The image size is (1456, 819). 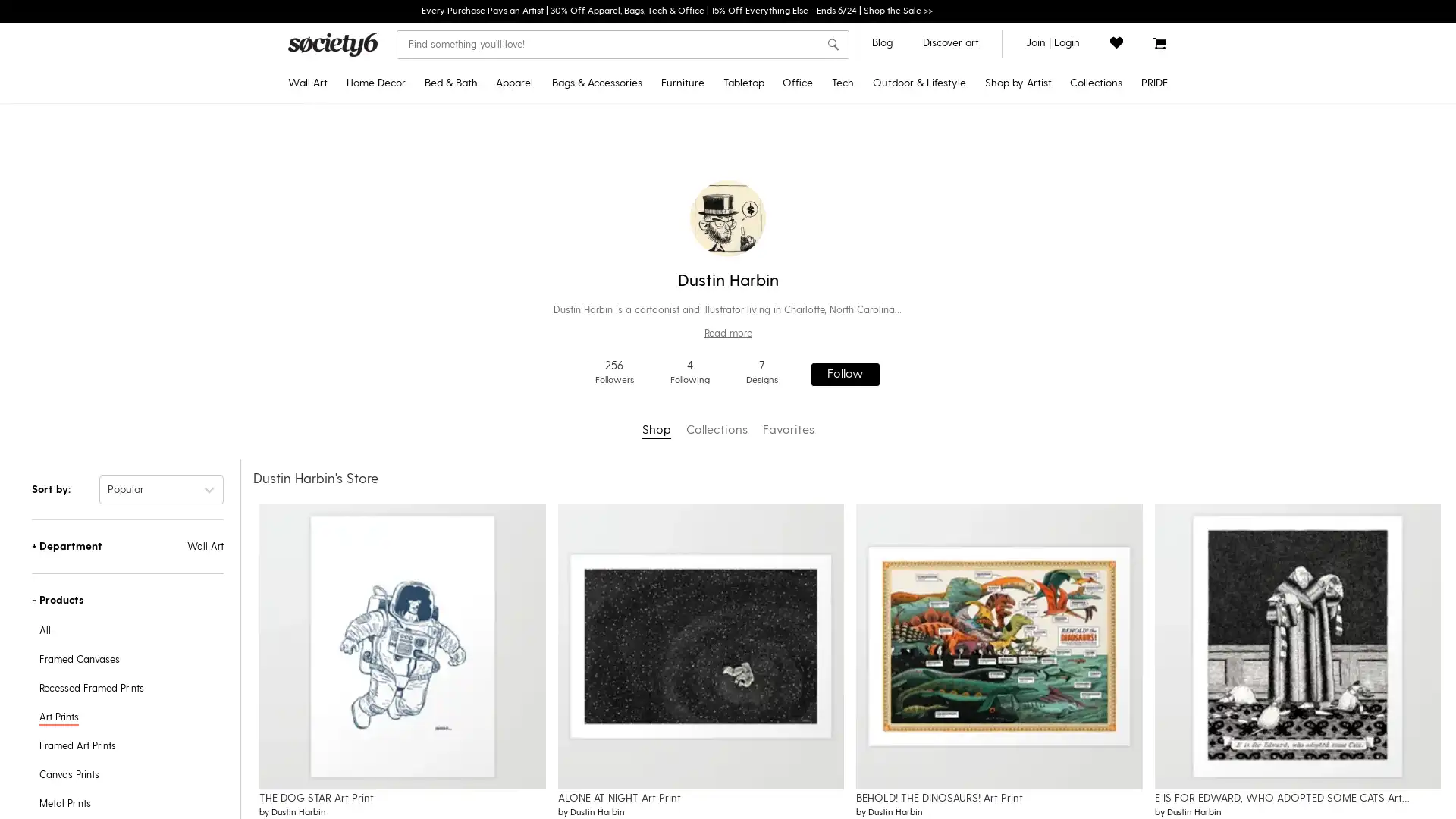 What do you see at coordinates (835, 219) in the screenshot?
I see `Acrylic Trays` at bounding box center [835, 219].